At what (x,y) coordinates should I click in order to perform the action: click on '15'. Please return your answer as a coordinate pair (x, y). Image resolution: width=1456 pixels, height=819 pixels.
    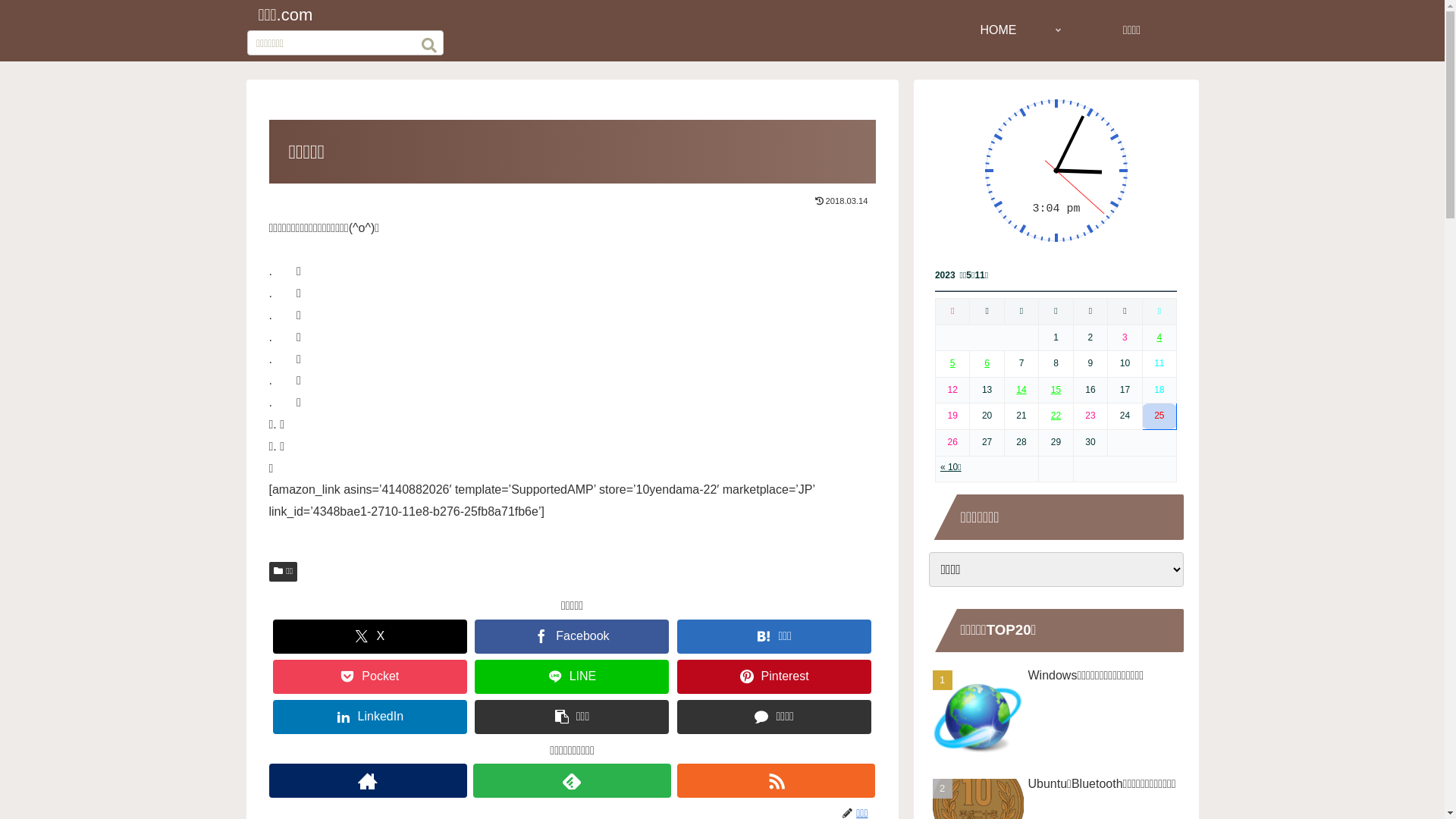
    Looking at the image, I should click on (1050, 388).